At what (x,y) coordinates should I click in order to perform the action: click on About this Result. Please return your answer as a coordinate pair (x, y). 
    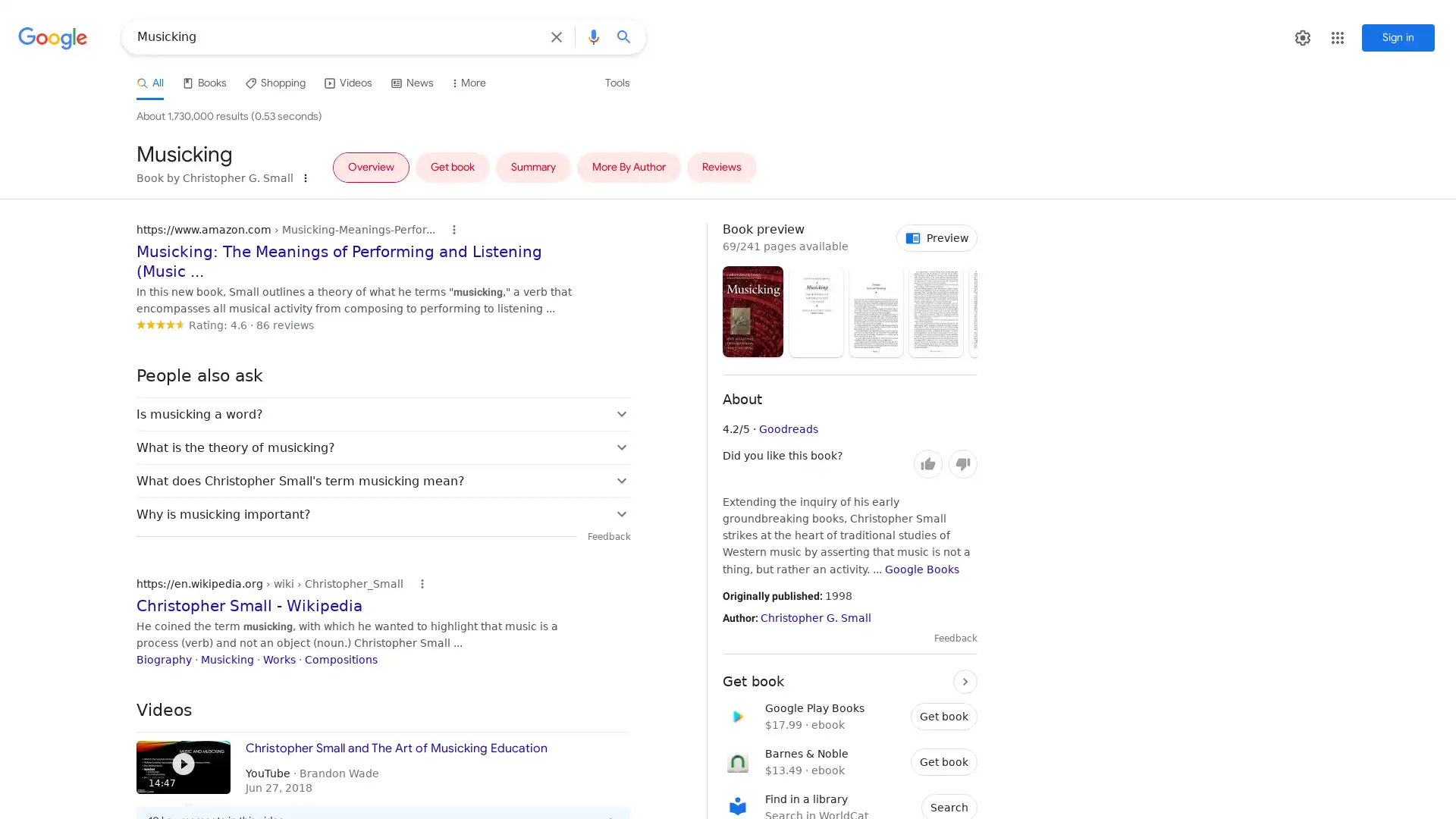
    Looking at the image, I should click on (453, 230).